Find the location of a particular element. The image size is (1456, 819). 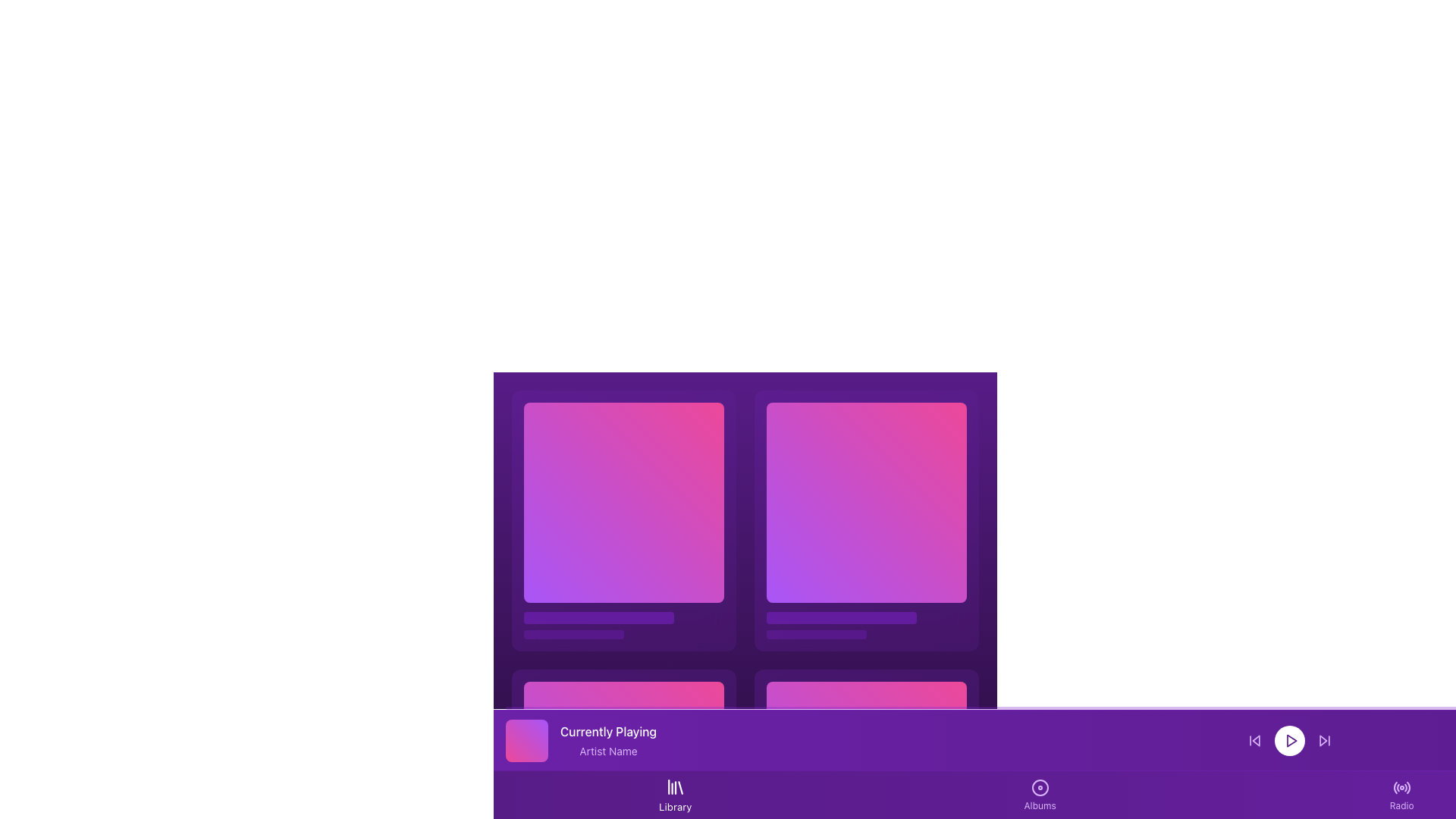

the 'Library' button in the bottom navigation bar is located at coordinates (674, 794).